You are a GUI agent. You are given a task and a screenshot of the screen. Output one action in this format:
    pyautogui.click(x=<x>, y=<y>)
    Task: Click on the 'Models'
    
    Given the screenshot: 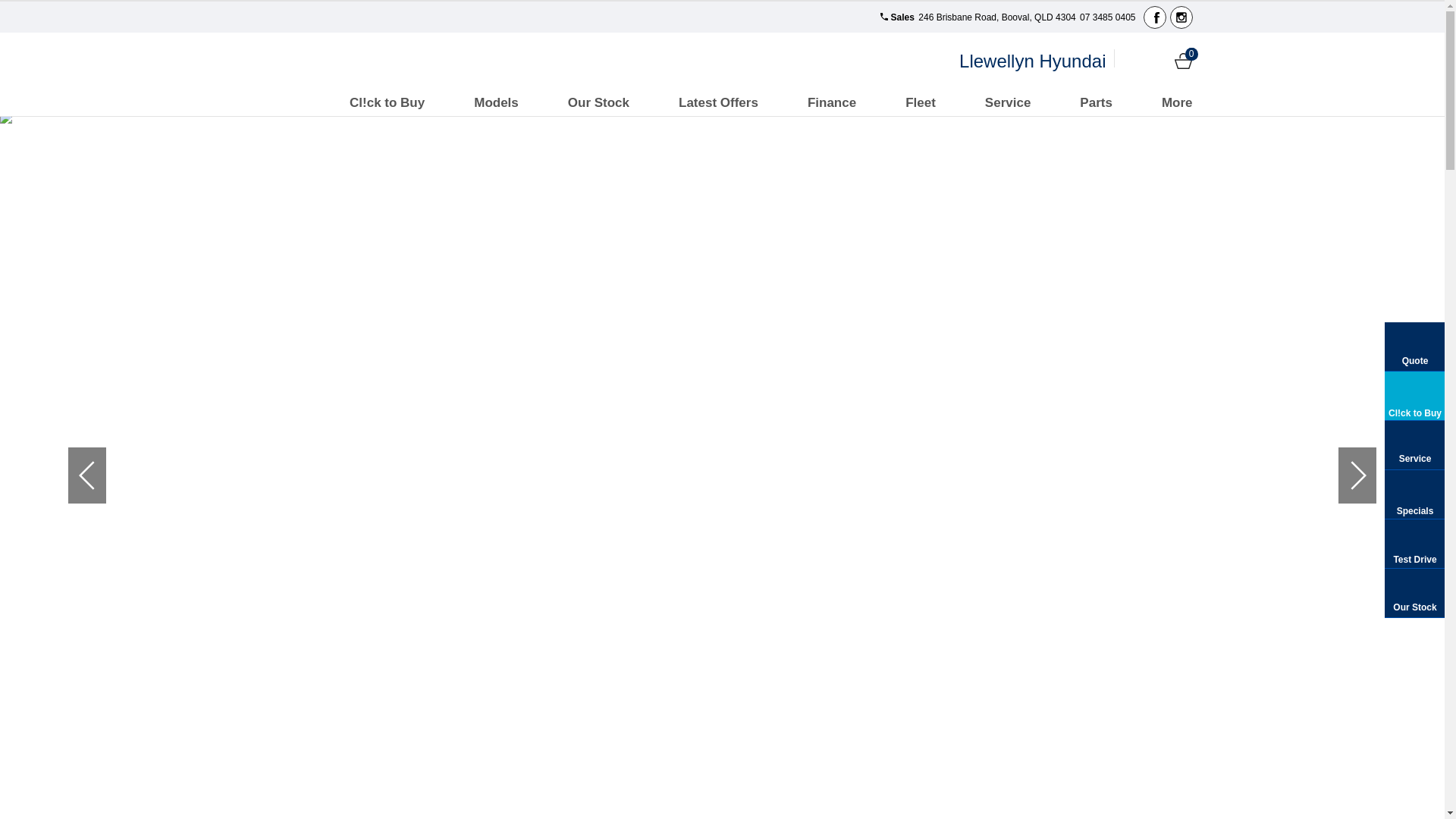 What is the action you would take?
    pyautogui.click(x=496, y=102)
    